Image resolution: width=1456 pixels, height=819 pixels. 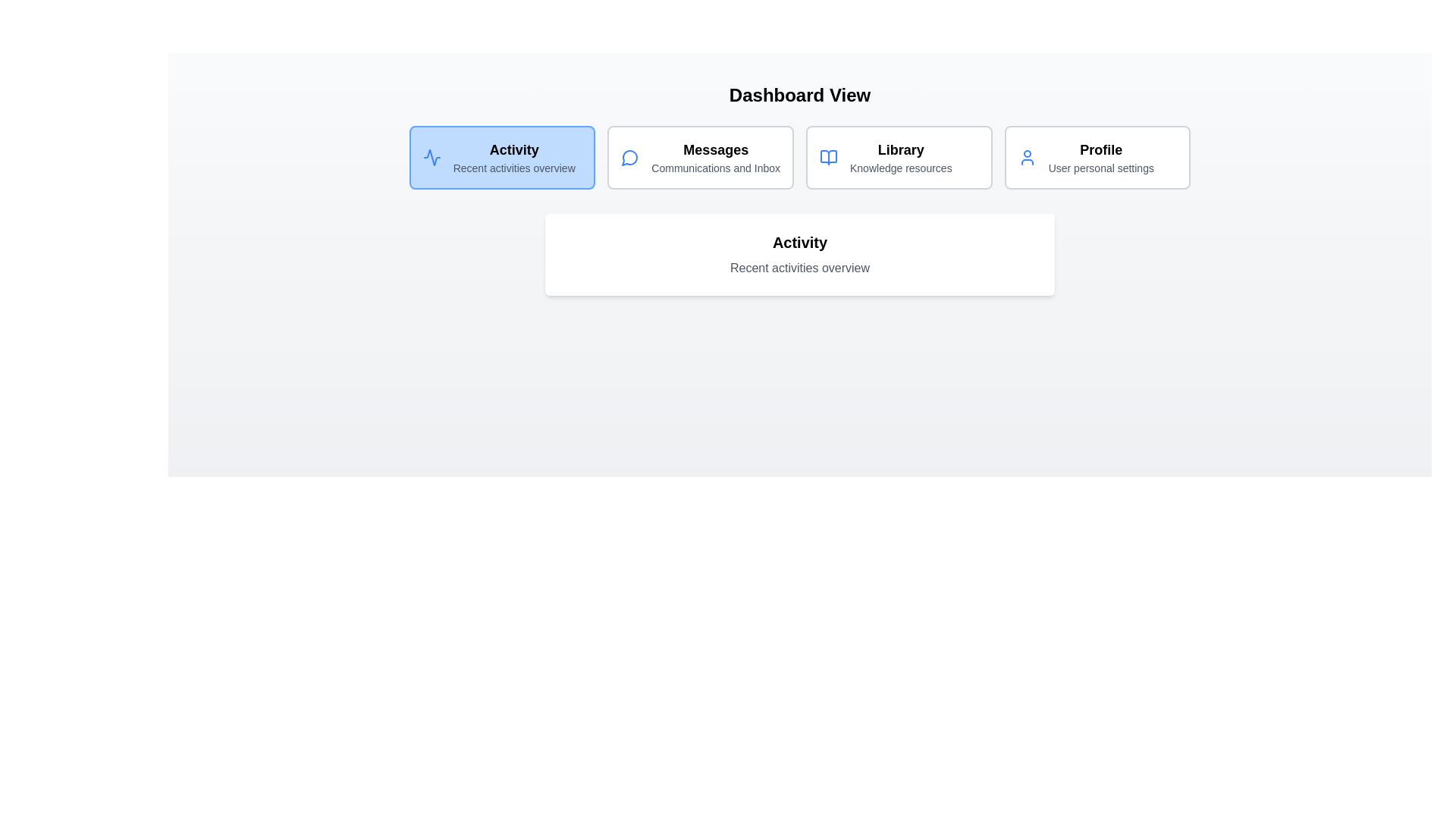 I want to click on the tab corresponding to Library, so click(x=899, y=158).